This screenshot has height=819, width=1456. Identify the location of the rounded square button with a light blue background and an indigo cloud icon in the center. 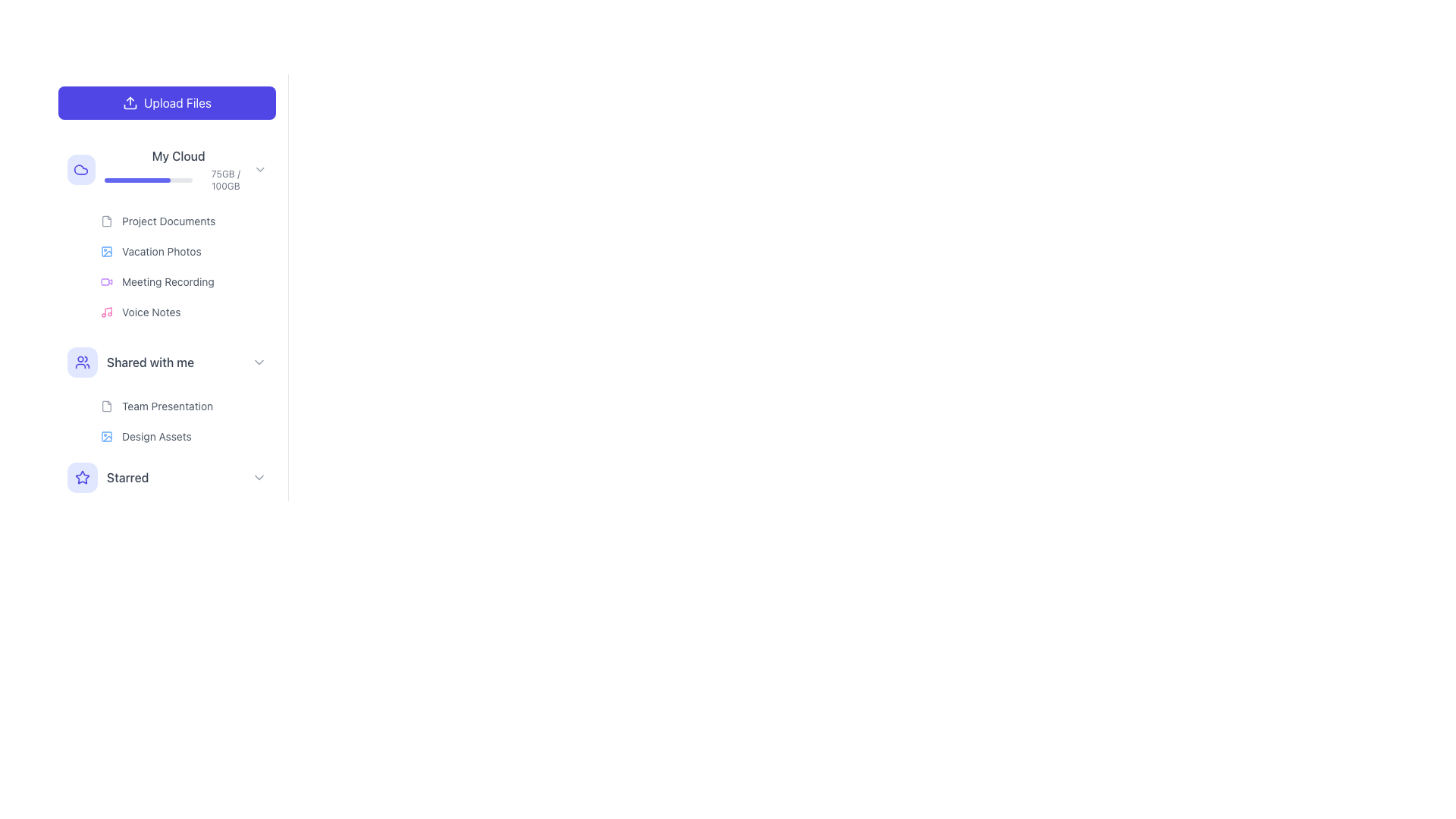
(80, 169).